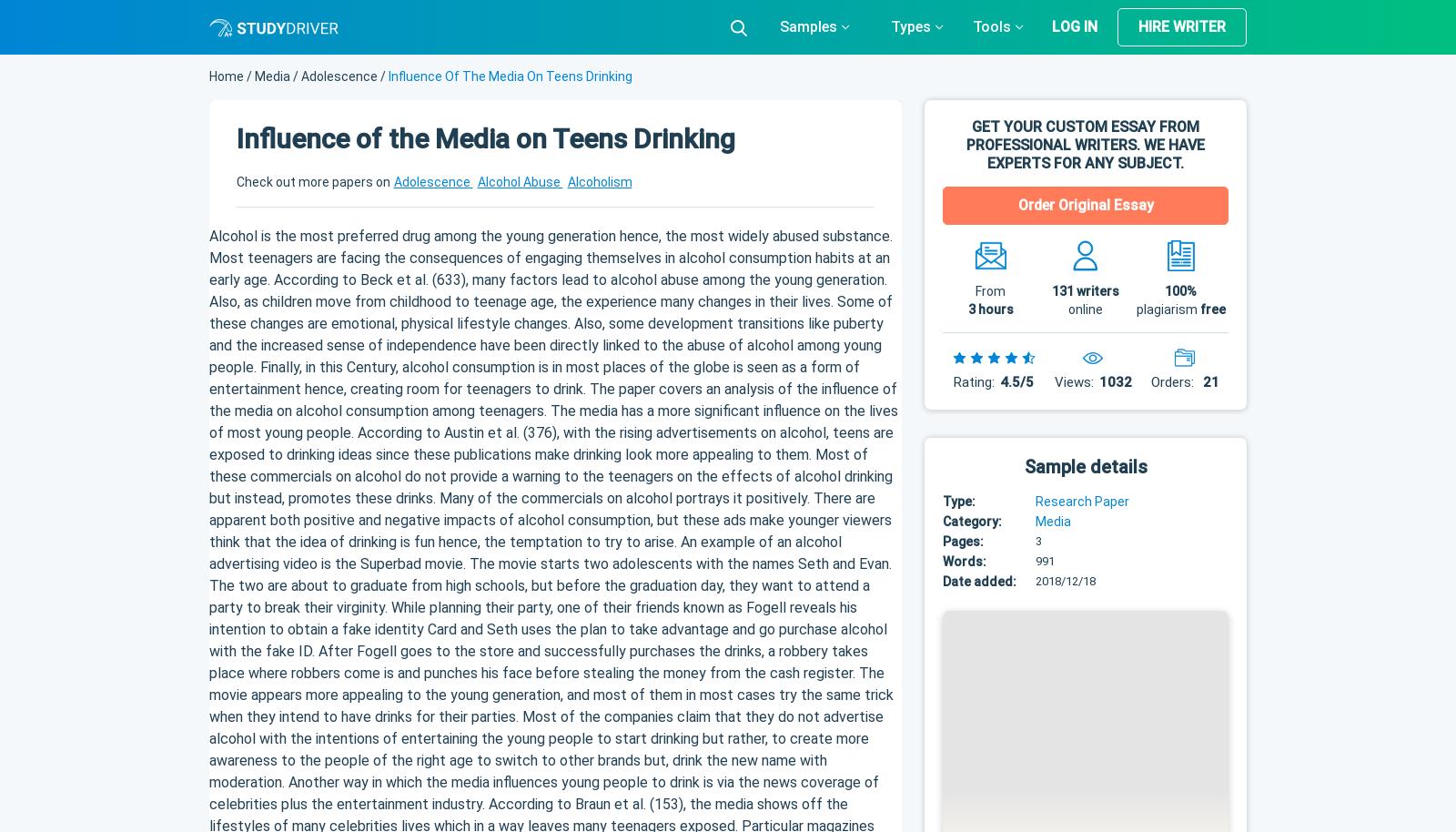 Image resolution: width=1456 pixels, height=832 pixels. What do you see at coordinates (1063, 289) in the screenshot?
I see `'131'` at bounding box center [1063, 289].